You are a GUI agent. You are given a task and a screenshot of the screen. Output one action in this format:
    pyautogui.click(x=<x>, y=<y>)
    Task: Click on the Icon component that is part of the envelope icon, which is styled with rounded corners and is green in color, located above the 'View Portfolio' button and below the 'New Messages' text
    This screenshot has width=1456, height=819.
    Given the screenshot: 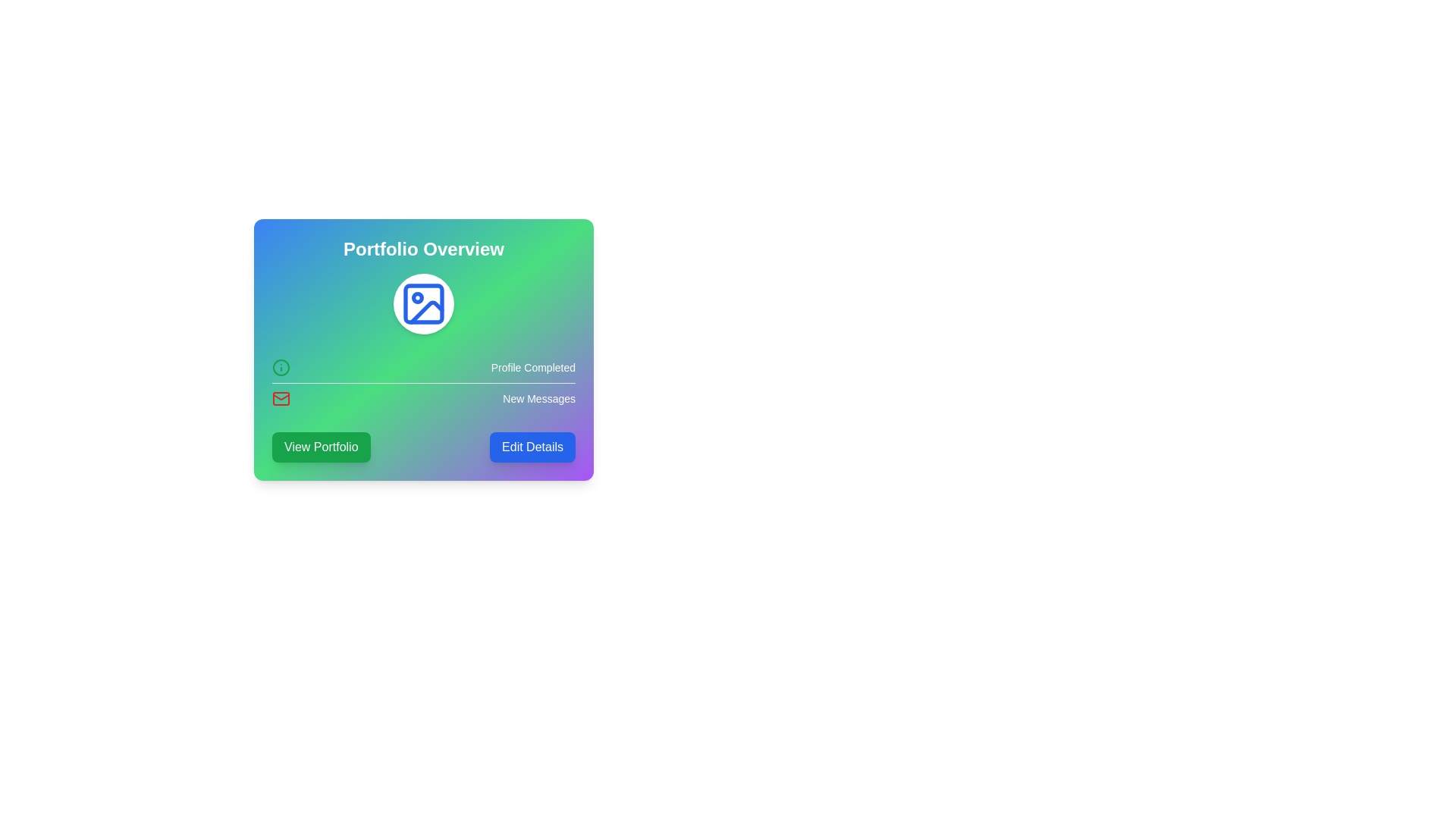 What is the action you would take?
    pyautogui.click(x=281, y=397)
    